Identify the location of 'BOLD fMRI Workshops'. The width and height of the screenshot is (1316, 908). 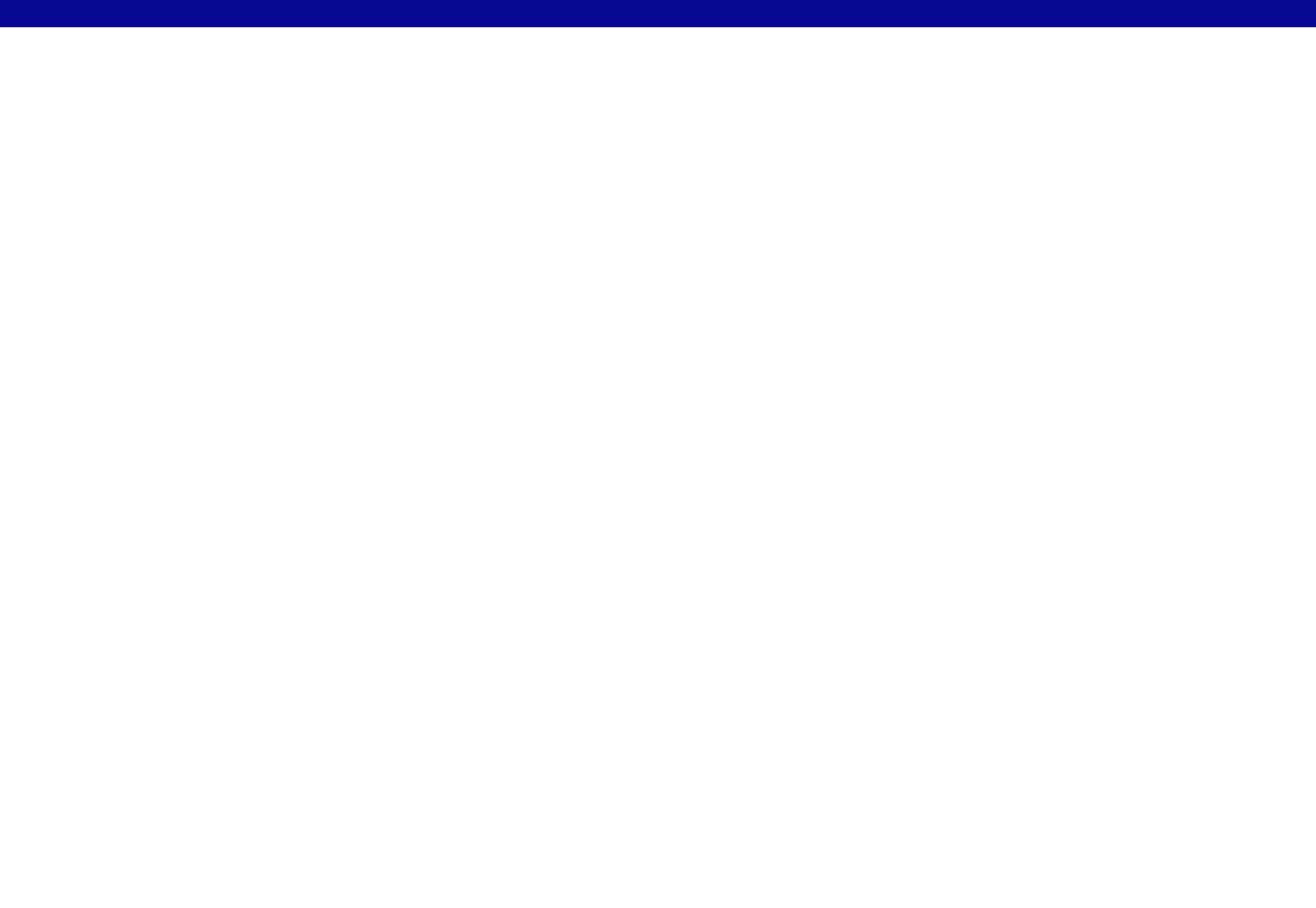
(544, 94).